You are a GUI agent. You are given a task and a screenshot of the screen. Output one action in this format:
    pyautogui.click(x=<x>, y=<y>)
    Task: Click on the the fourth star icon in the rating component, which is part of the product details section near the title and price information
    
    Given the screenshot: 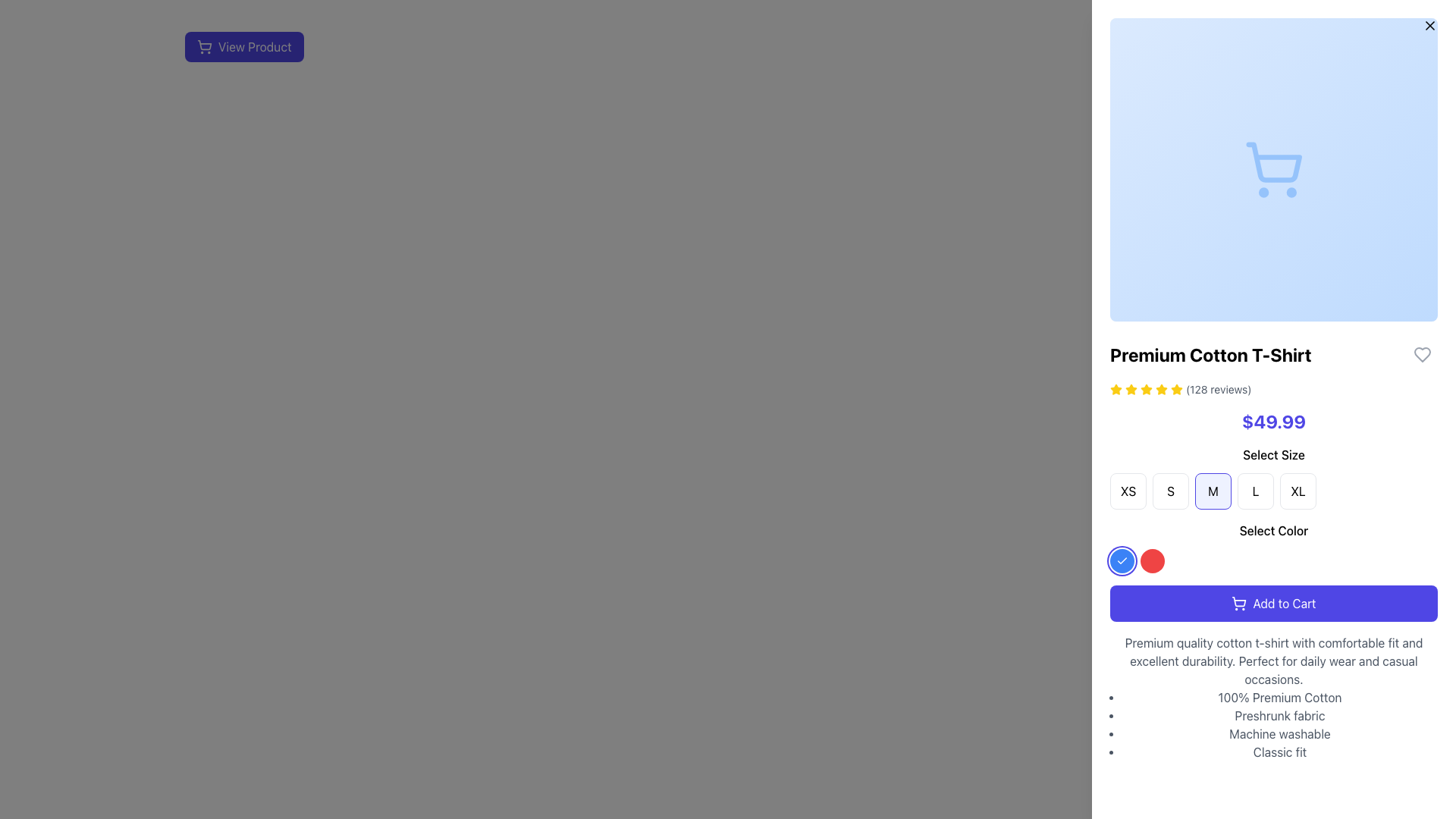 What is the action you would take?
    pyautogui.click(x=1160, y=388)
    